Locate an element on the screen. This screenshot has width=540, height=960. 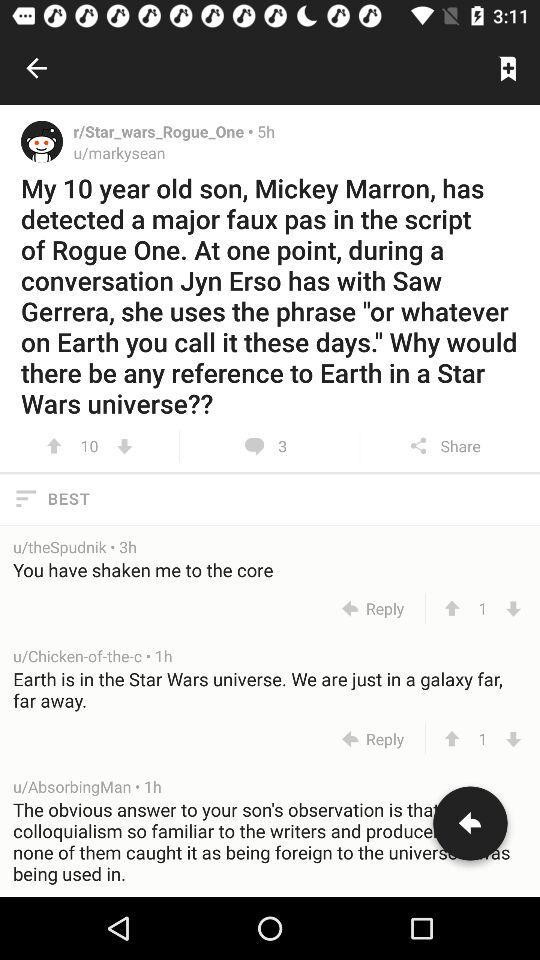
down vote is located at coordinates (513, 738).